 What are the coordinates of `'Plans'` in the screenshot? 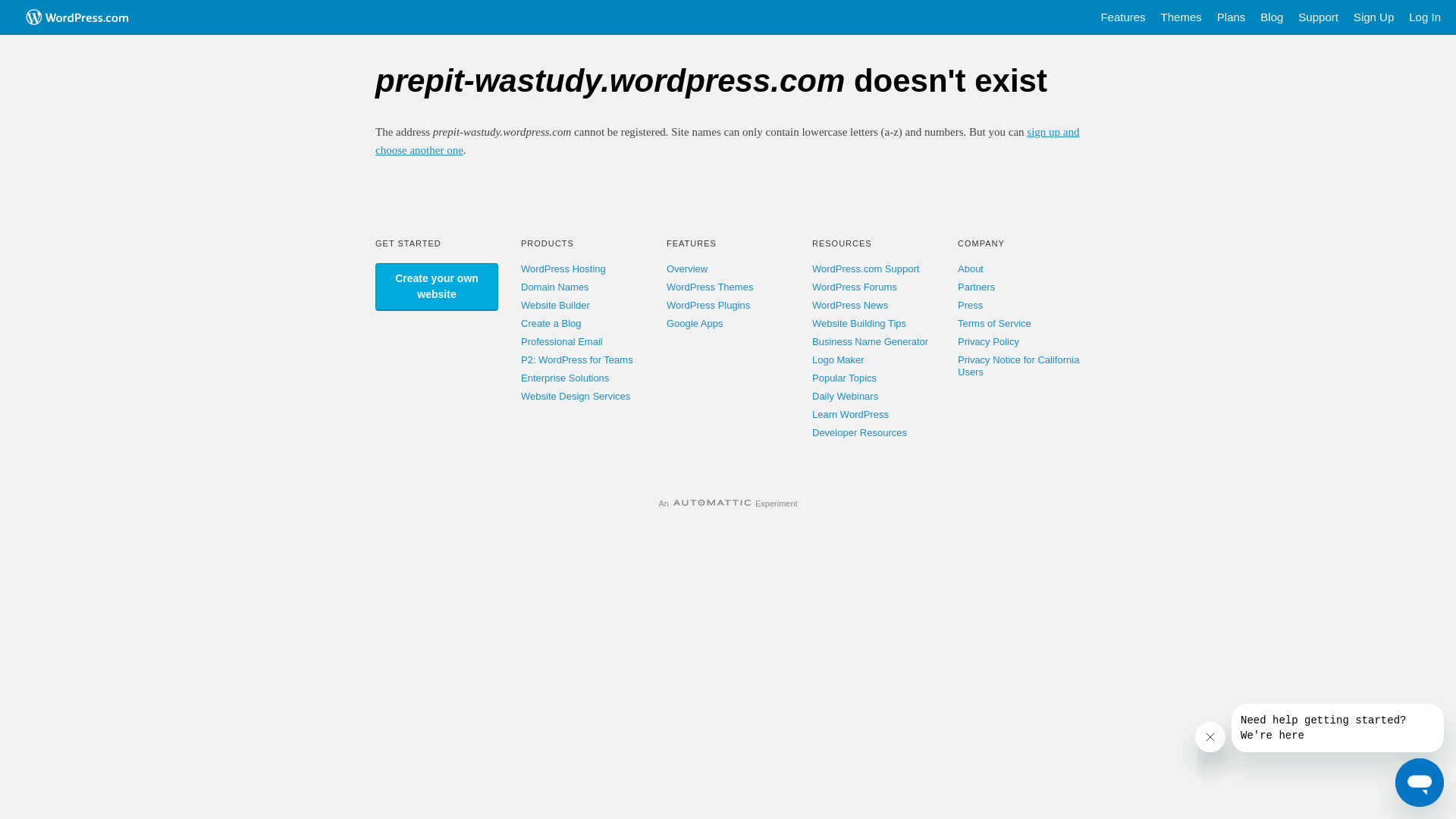 It's located at (1208, 17).